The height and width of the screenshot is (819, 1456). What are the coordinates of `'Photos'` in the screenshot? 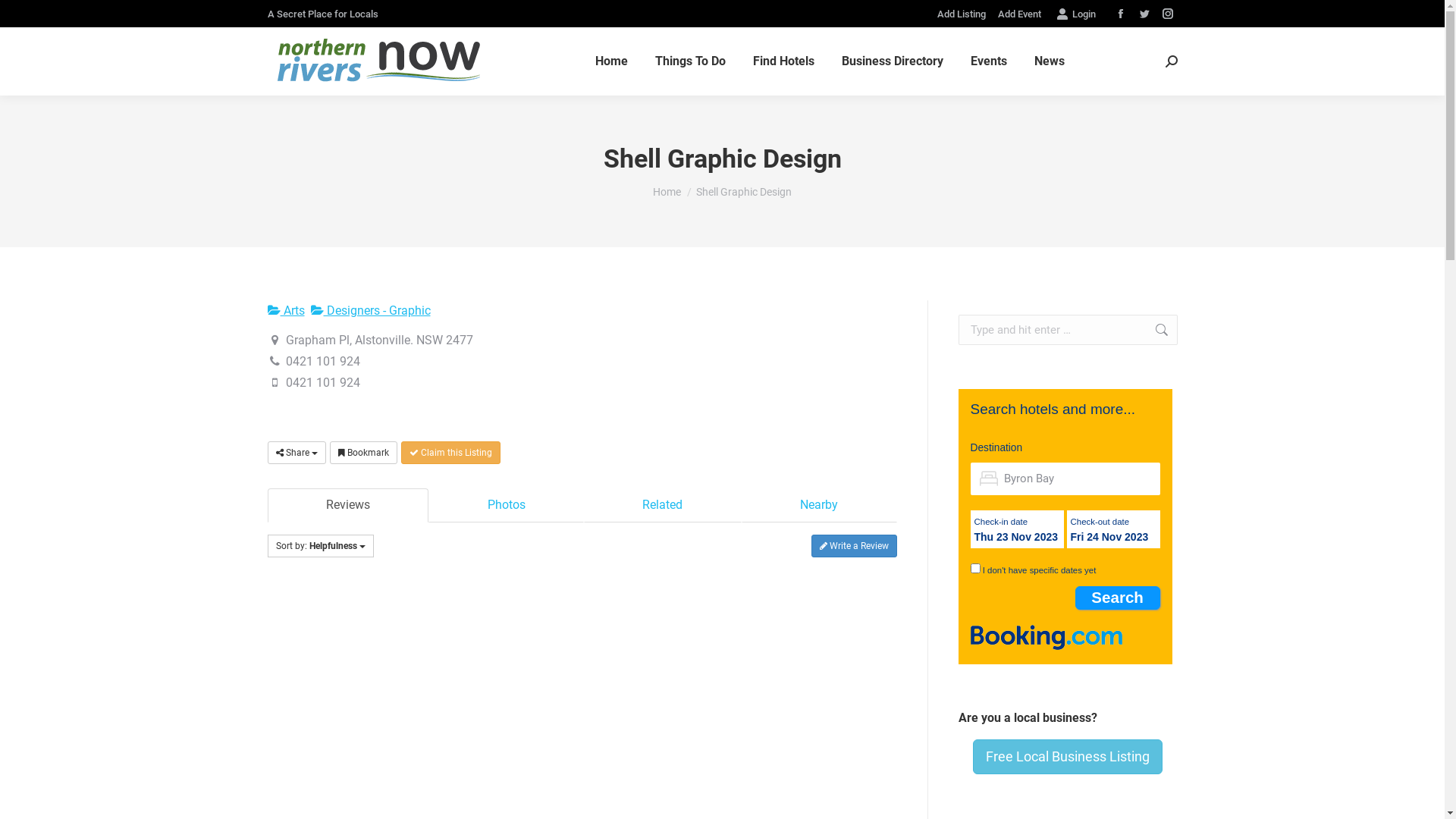 It's located at (506, 505).